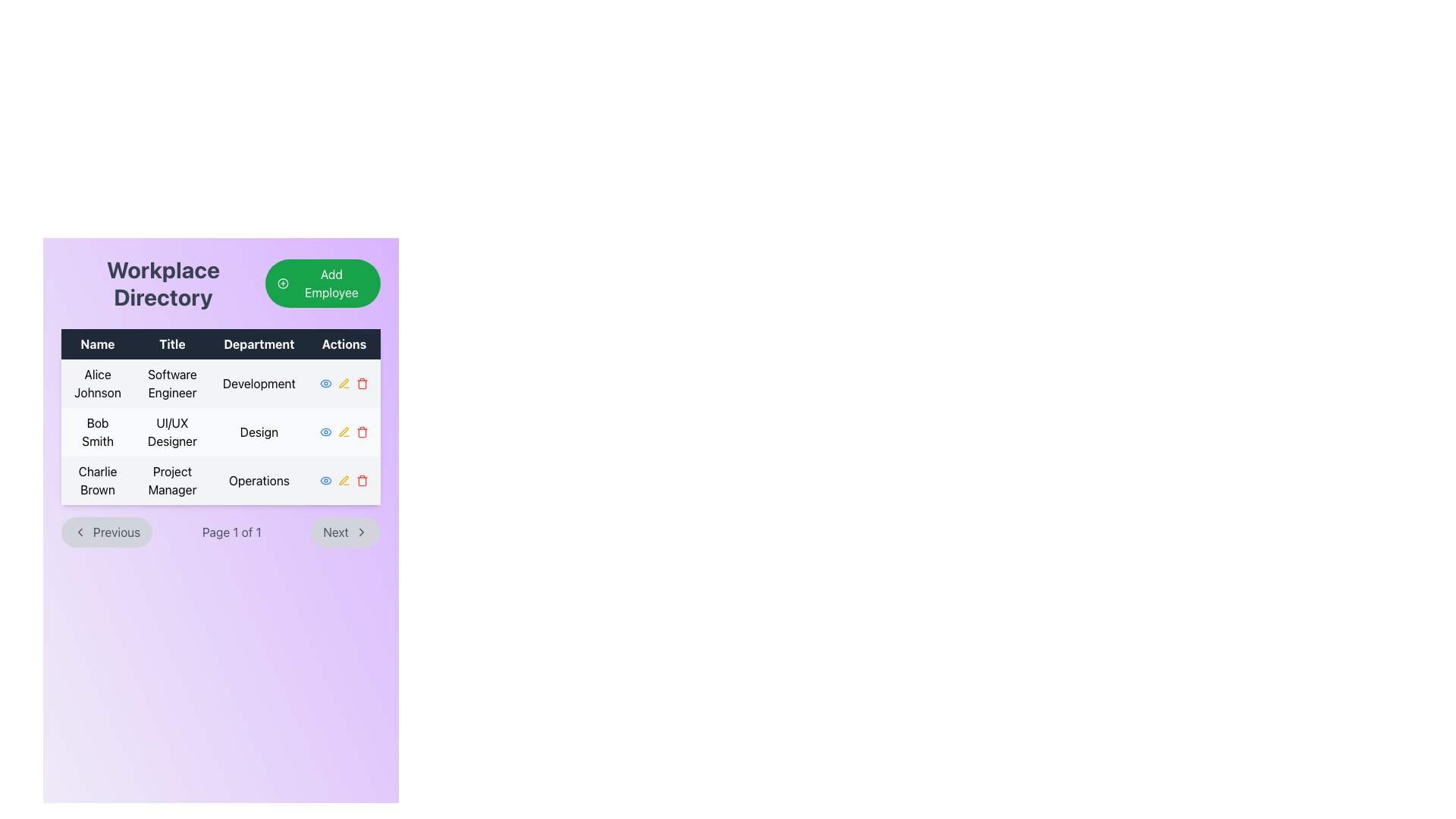 The image size is (1456, 819). What do you see at coordinates (220, 480) in the screenshot?
I see `the table row displaying details about 'Charlie Brown', which is the third row in the table, to interact with its elements` at bounding box center [220, 480].